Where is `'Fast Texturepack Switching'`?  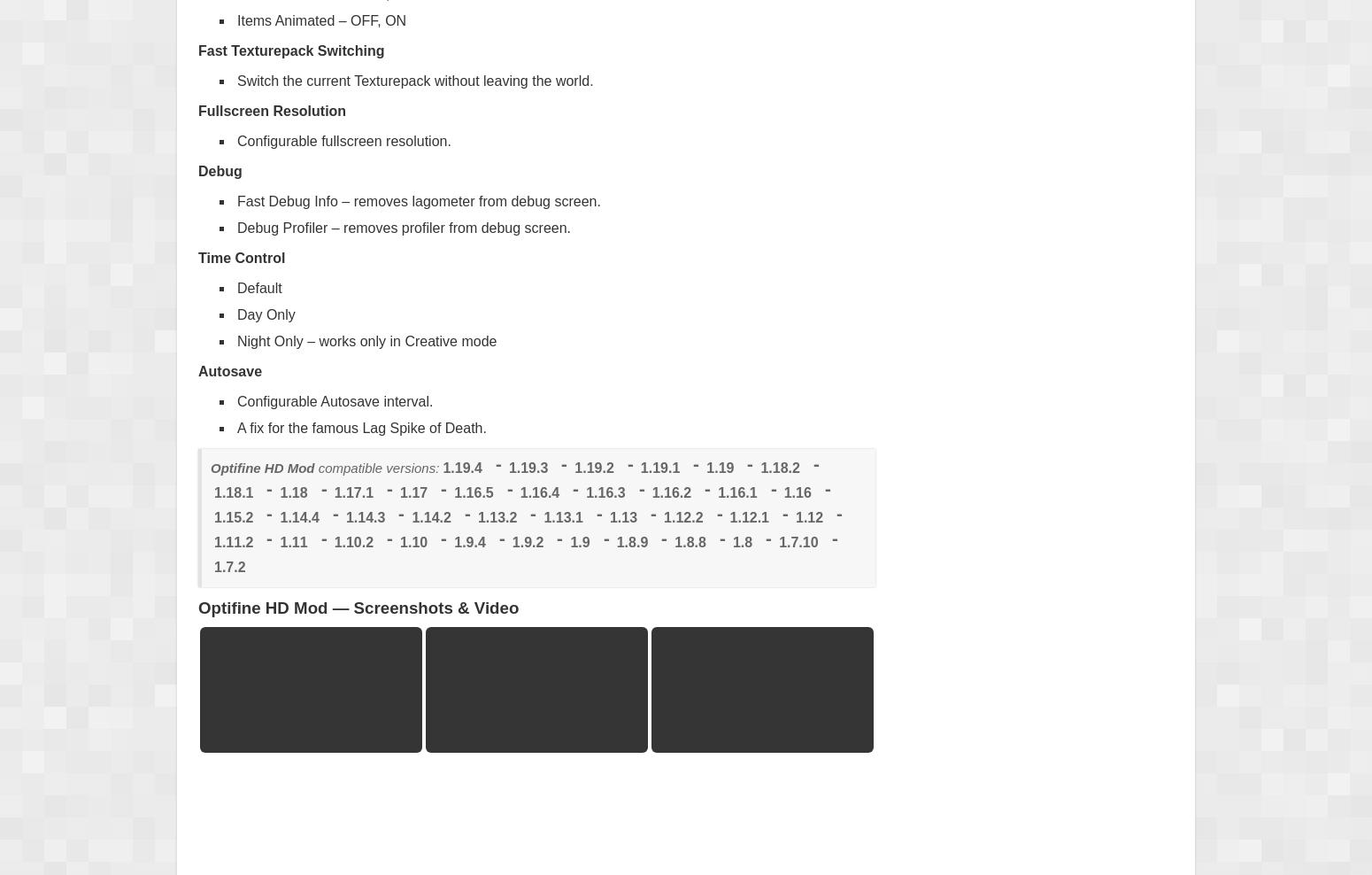 'Fast Texturepack Switching' is located at coordinates (197, 49).